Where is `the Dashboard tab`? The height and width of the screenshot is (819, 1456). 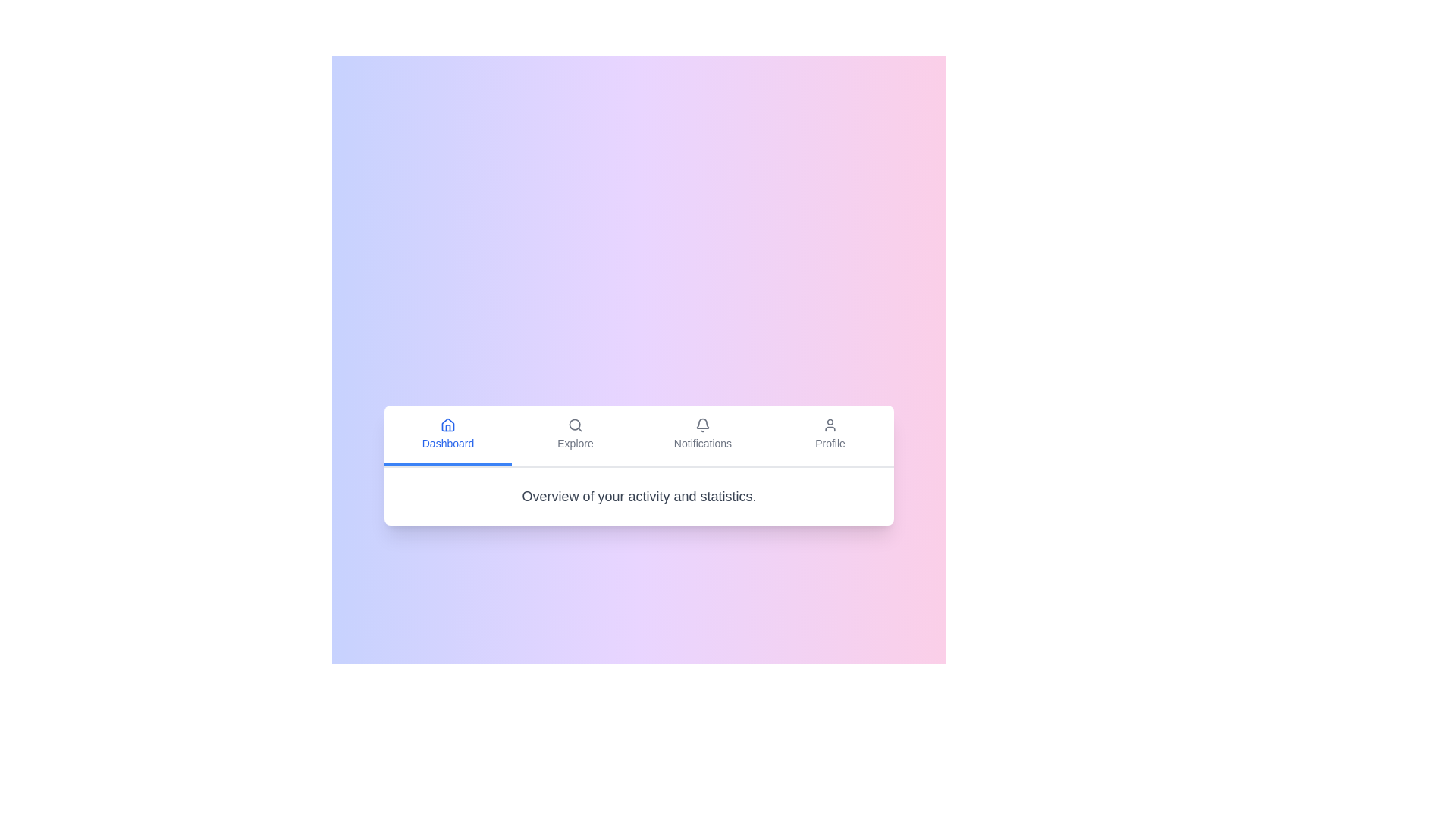 the Dashboard tab is located at coordinates (447, 435).